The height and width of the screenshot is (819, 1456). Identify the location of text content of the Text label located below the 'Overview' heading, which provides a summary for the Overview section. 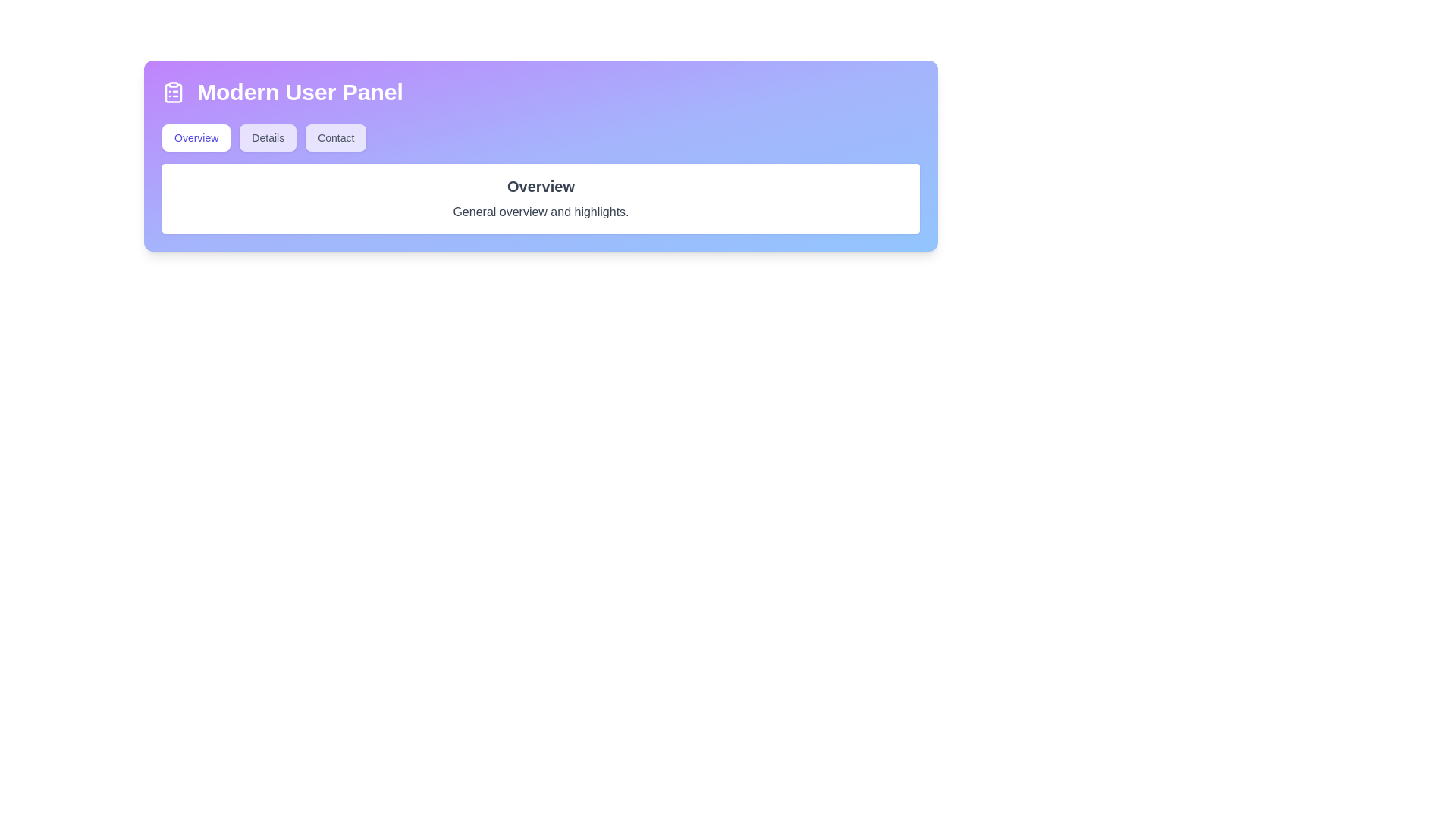
(541, 212).